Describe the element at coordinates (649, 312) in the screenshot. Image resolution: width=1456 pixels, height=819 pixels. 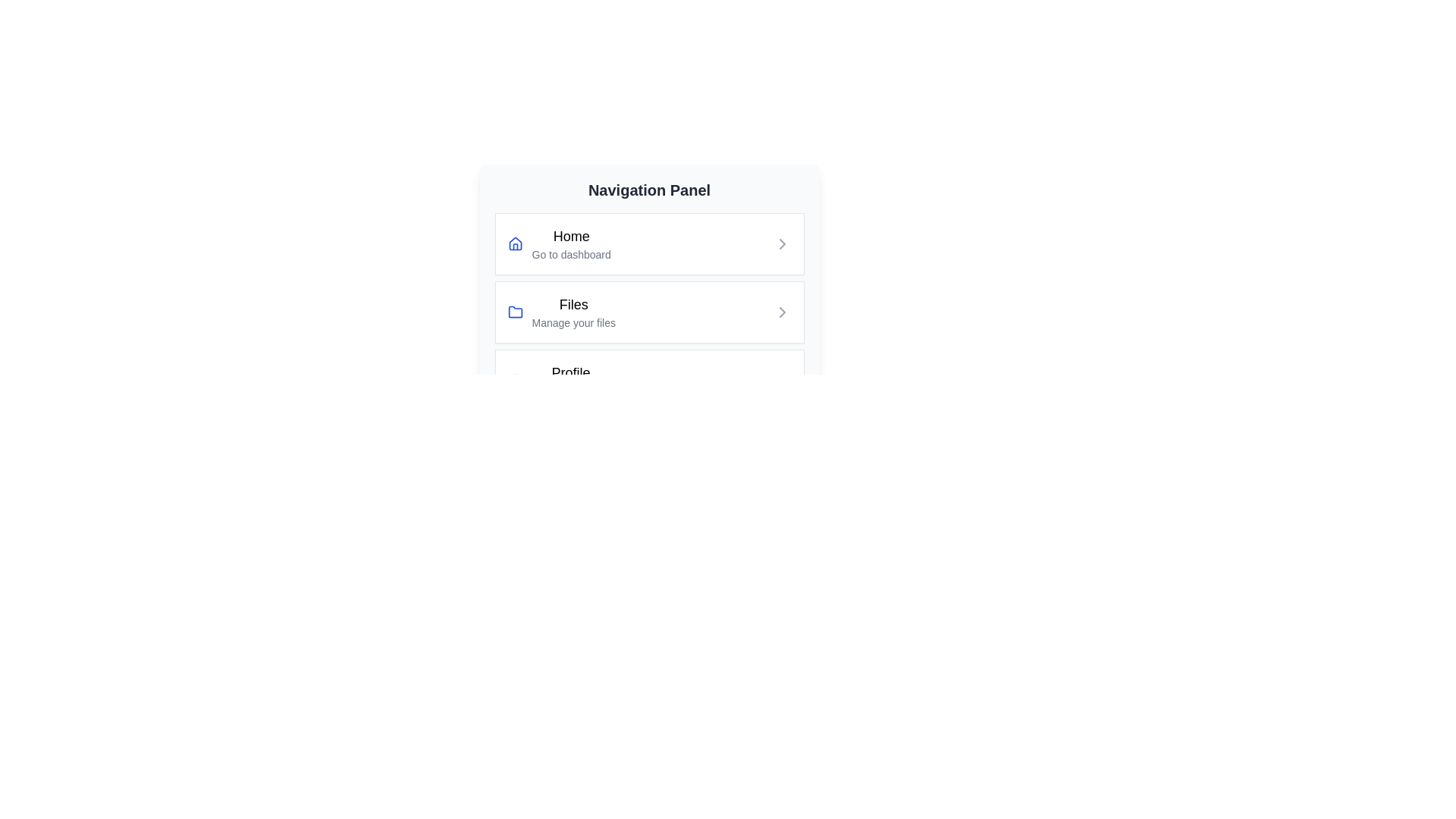
I see `the 'Files' button in the vertical navigation list for keyboard navigation` at that location.